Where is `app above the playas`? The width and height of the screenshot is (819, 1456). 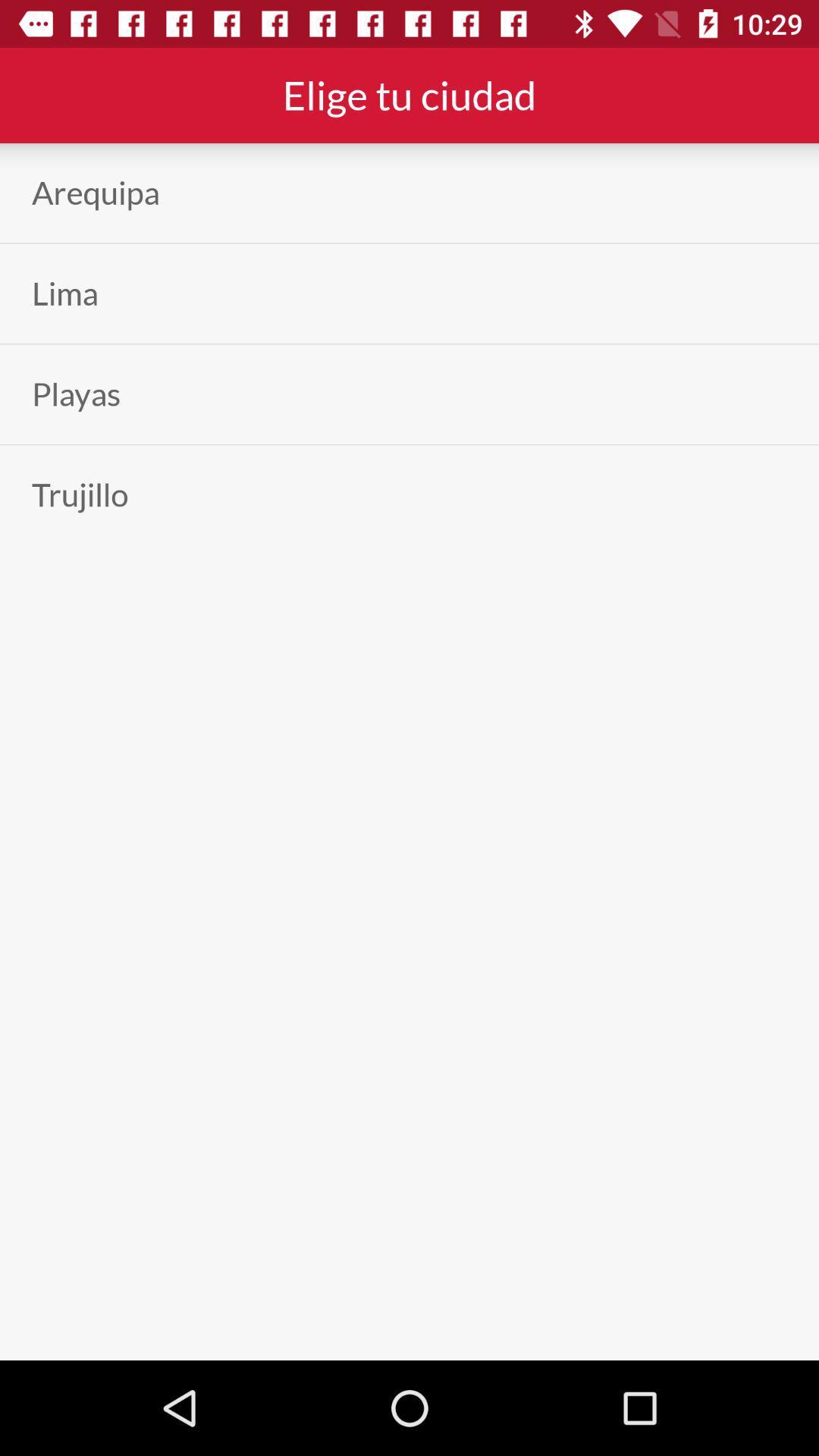
app above the playas is located at coordinates (64, 293).